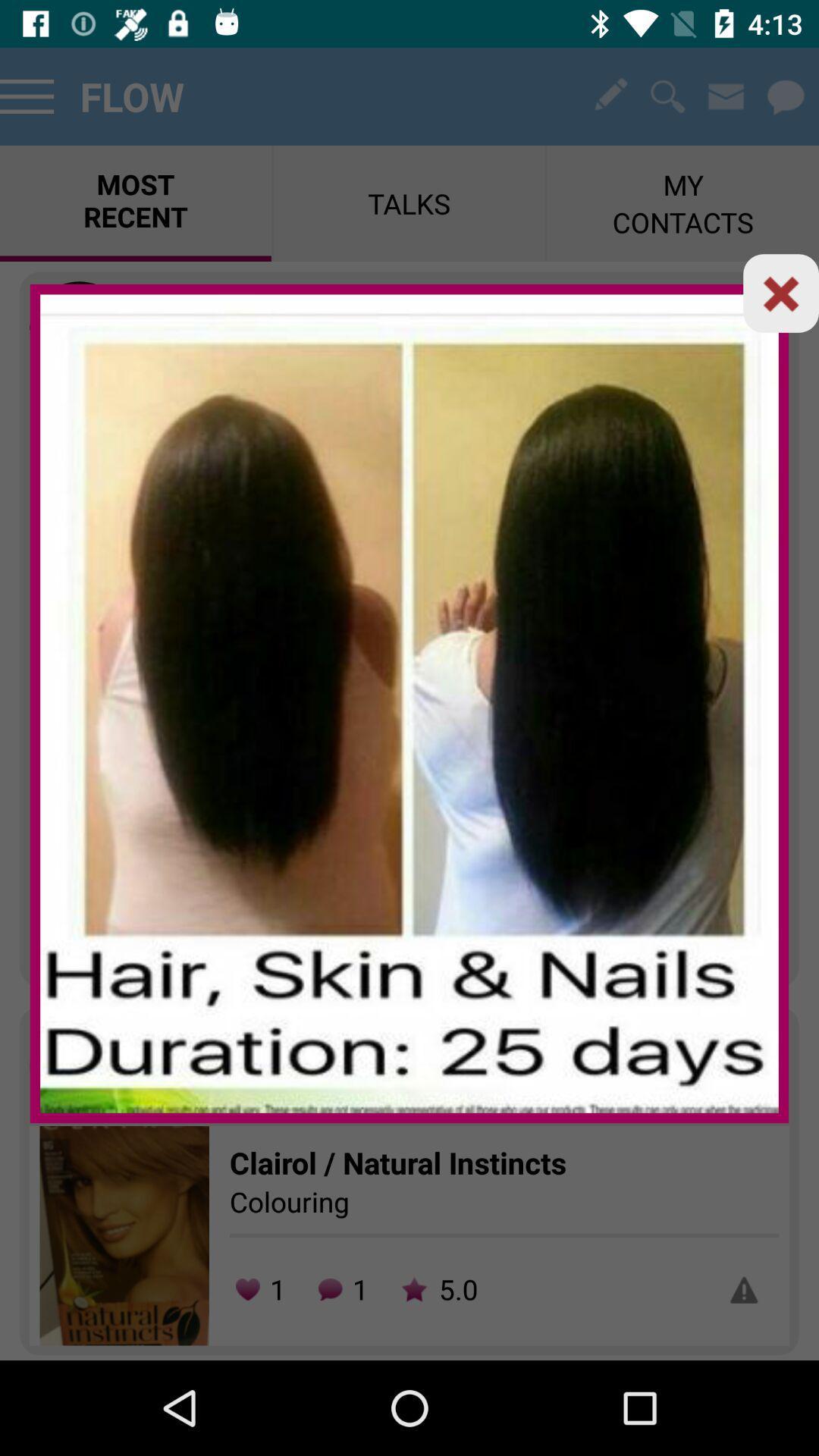 This screenshot has width=819, height=1456. What do you see at coordinates (784, 96) in the screenshot?
I see `the chat icon` at bounding box center [784, 96].